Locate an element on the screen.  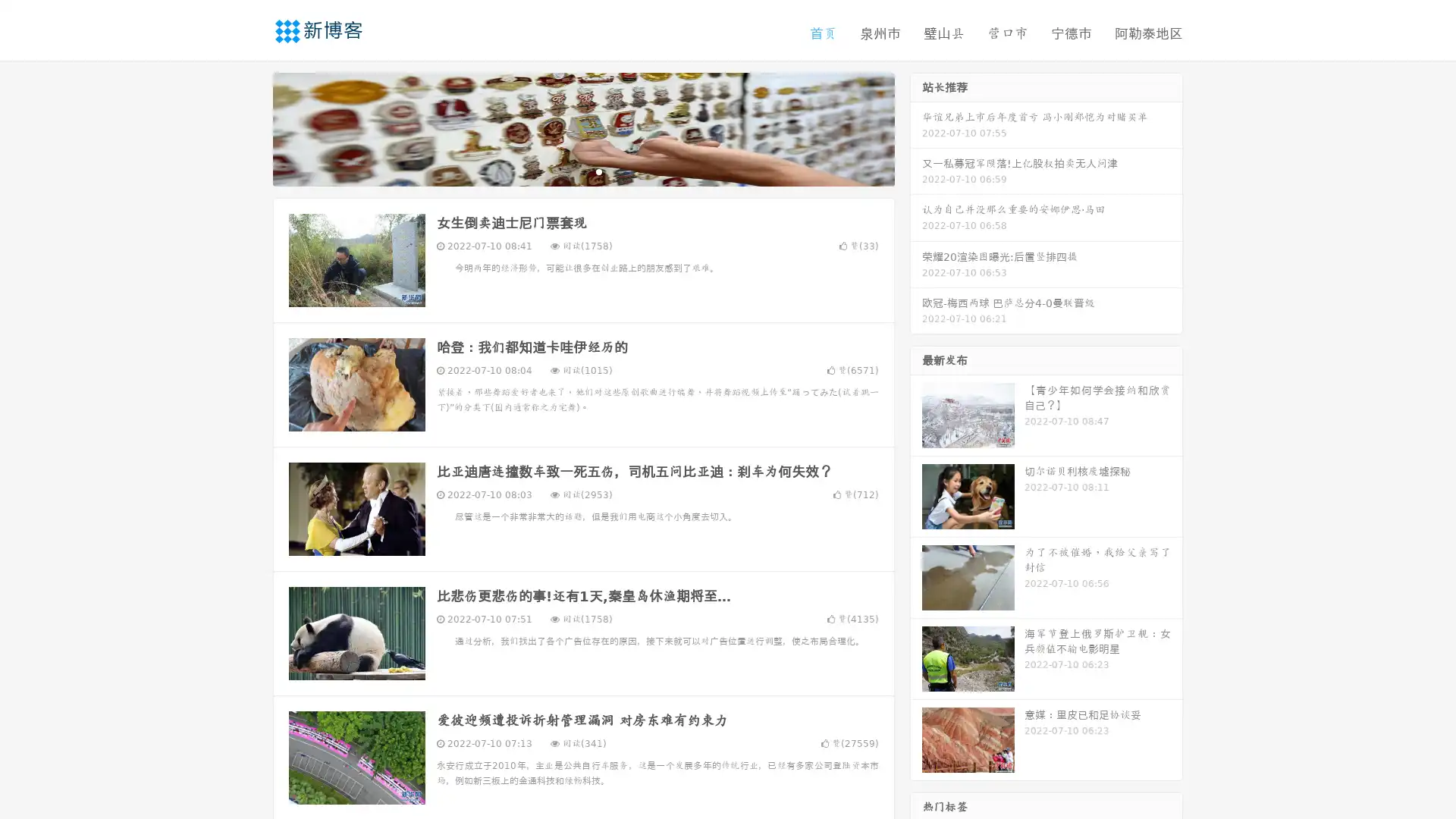
Next slide is located at coordinates (916, 127).